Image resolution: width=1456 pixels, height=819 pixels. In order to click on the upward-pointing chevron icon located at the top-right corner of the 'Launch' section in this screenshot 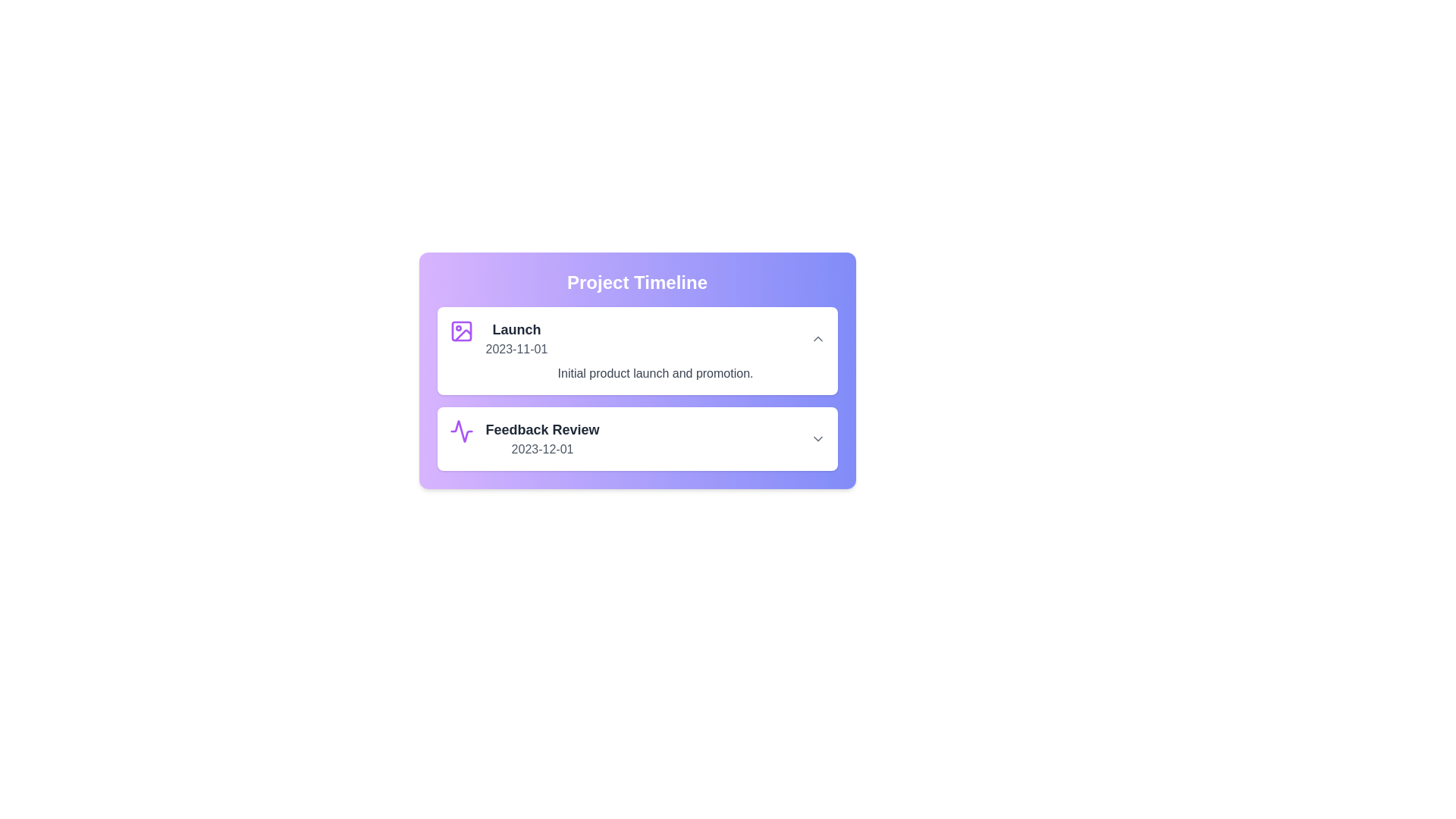, I will do `click(817, 338)`.